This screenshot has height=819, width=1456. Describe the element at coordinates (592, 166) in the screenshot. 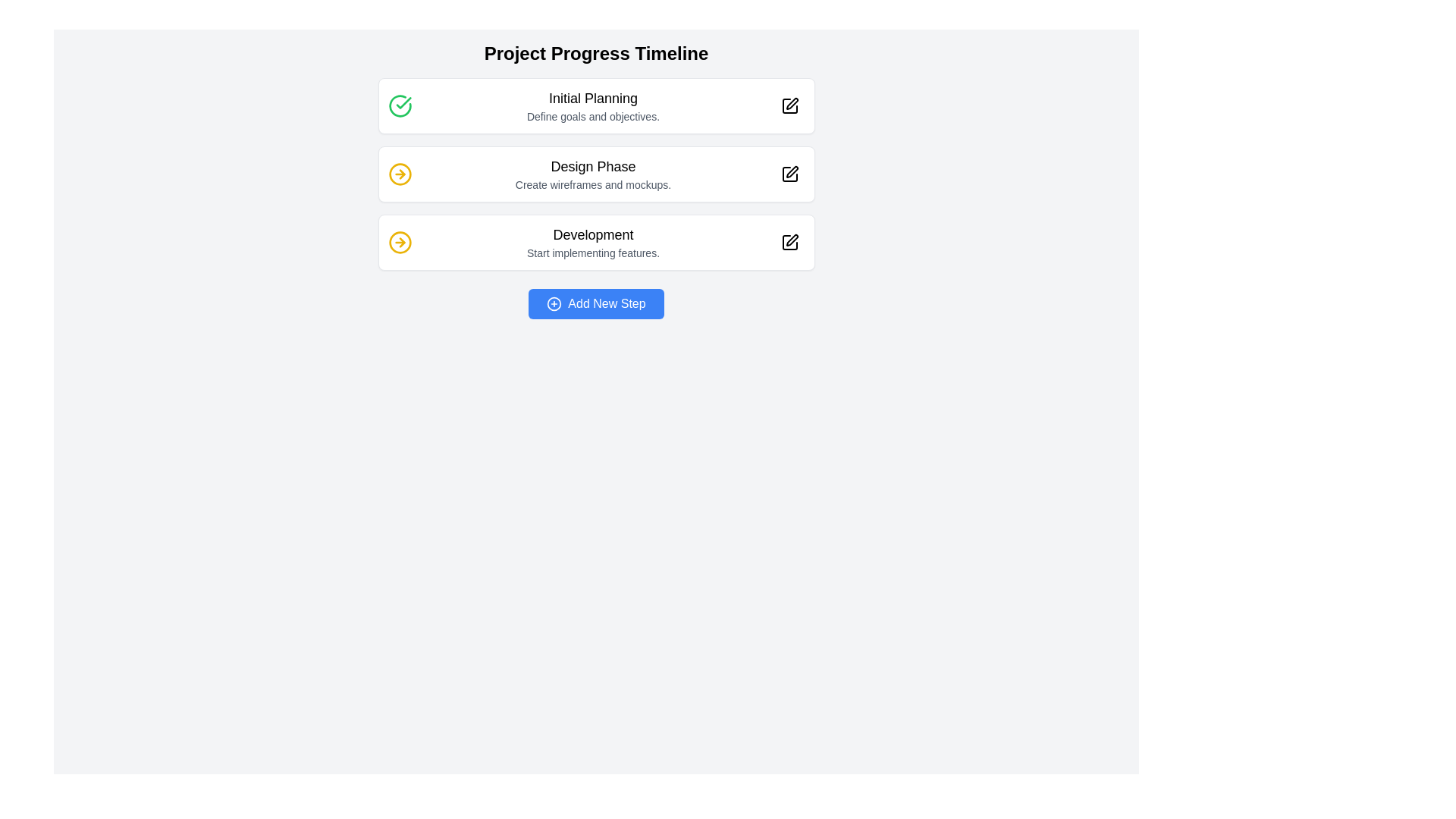

I see `the text label that identifies the current step in the project timeline, specifically within the 'Design Phase' section, located at the coordinates provided` at that location.